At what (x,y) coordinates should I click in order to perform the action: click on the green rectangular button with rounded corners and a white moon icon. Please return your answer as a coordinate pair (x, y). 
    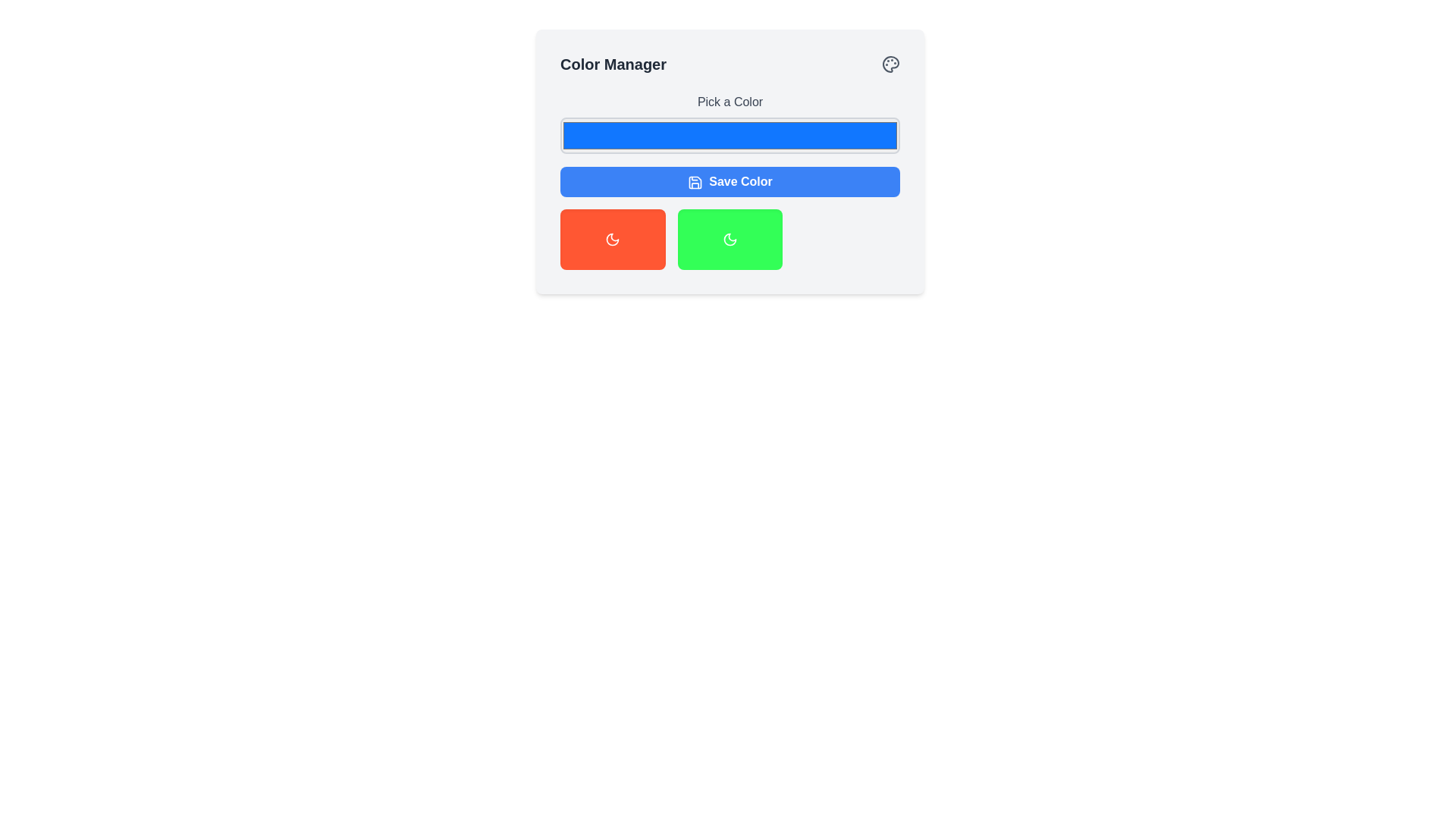
    Looking at the image, I should click on (730, 239).